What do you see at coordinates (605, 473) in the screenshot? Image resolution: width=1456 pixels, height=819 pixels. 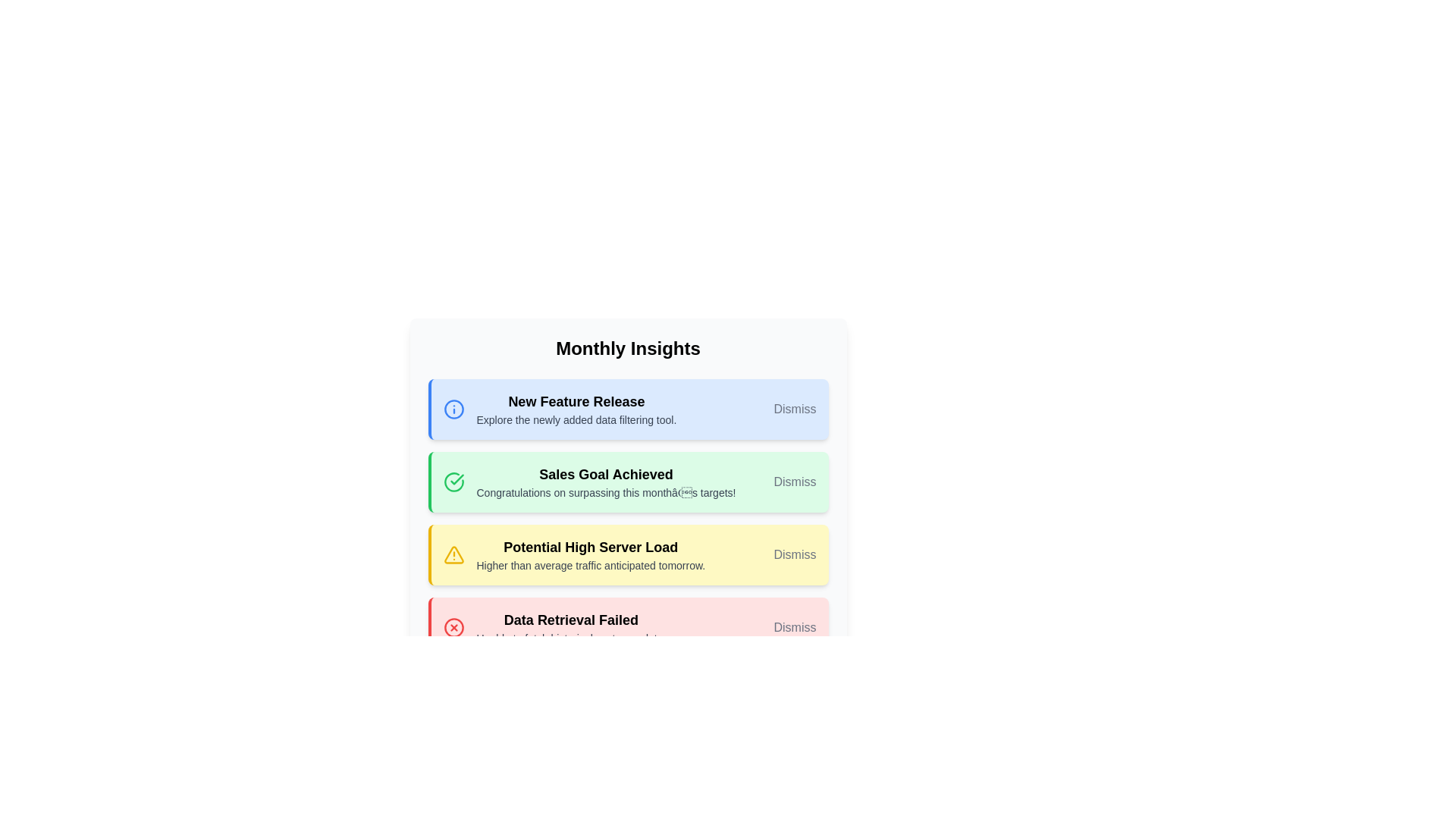 I see `text from the bold heading that states 'Sales Goal Achieved', which is prominently displayed in a green background box near the top of the notification list` at bounding box center [605, 473].